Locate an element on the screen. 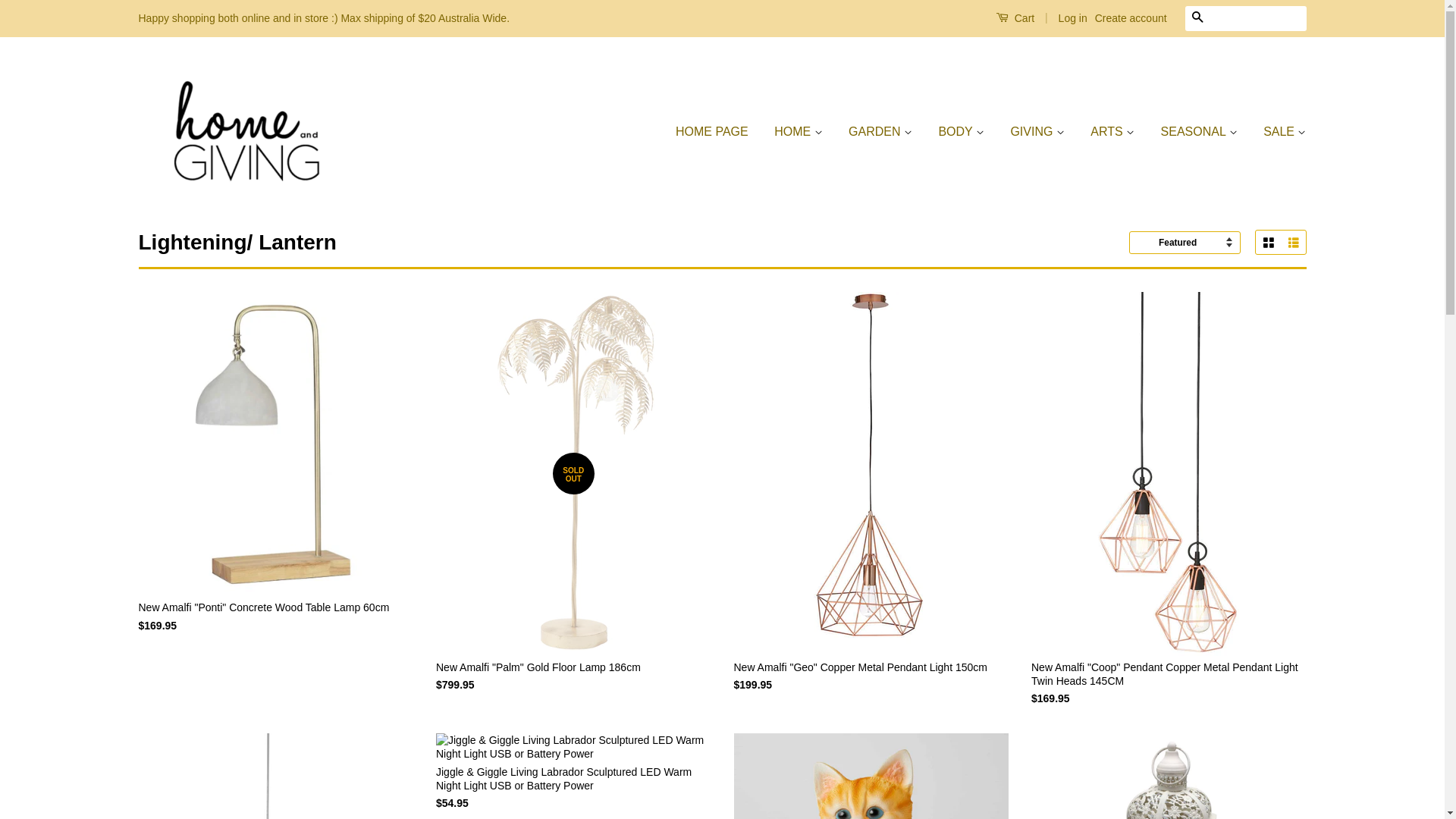  'Log in' is located at coordinates (1072, 17).